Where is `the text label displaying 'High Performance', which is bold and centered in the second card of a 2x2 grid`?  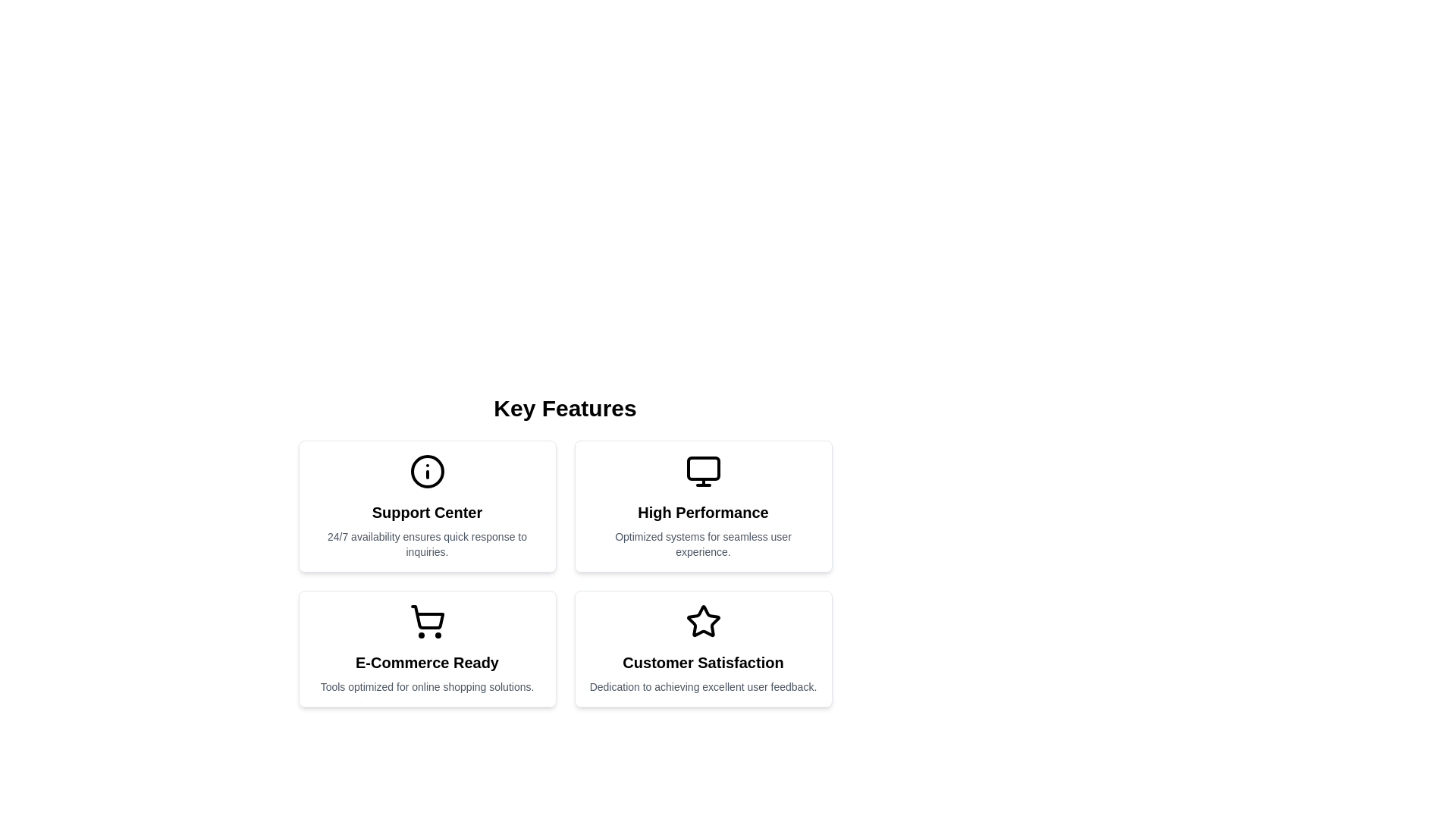 the text label displaying 'High Performance', which is bold and centered in the second card of a 2x2 grid is located at coordinates (702, 512).